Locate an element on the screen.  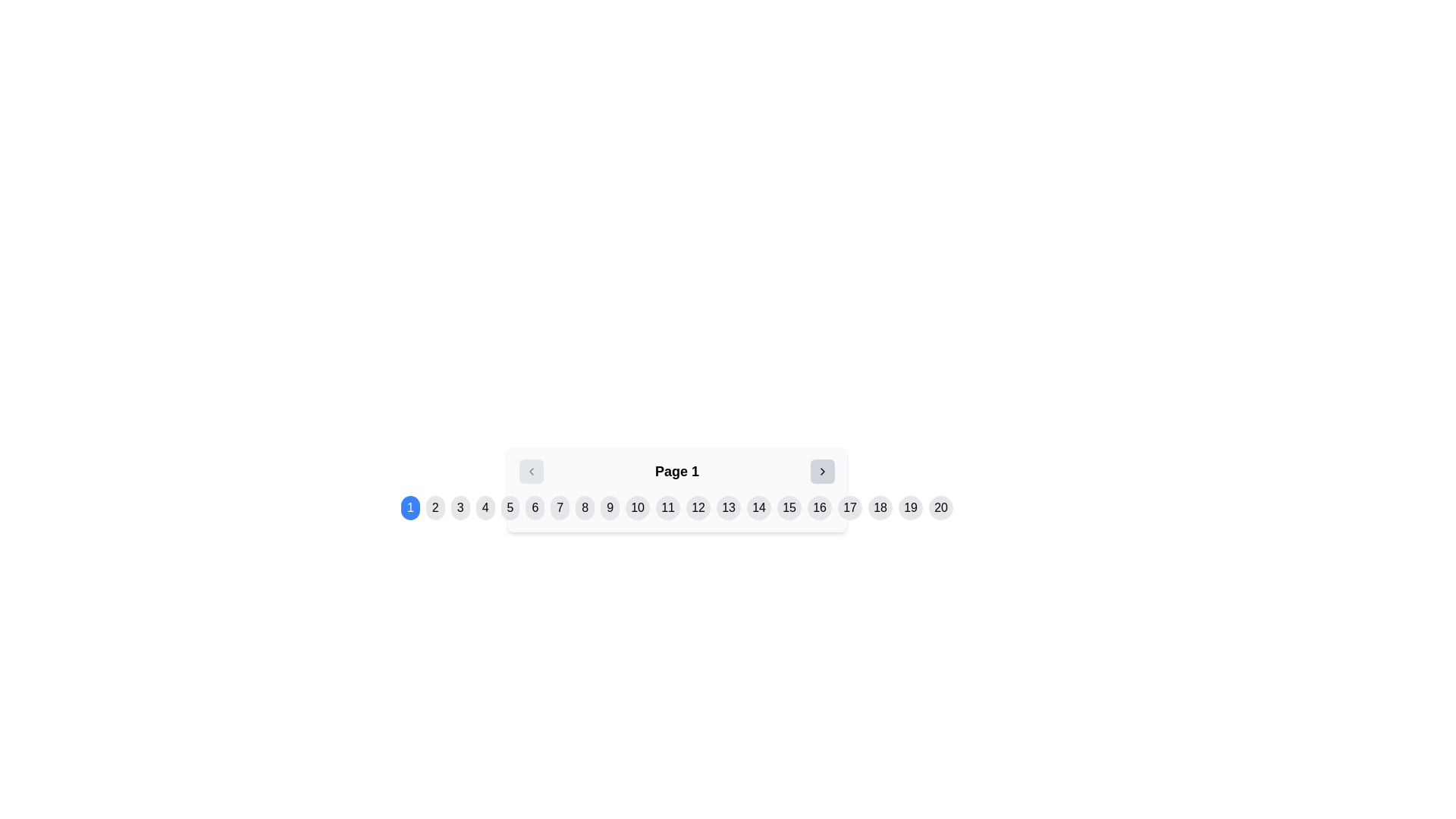
the sixth pagination button is located at coordinates (535, 508).